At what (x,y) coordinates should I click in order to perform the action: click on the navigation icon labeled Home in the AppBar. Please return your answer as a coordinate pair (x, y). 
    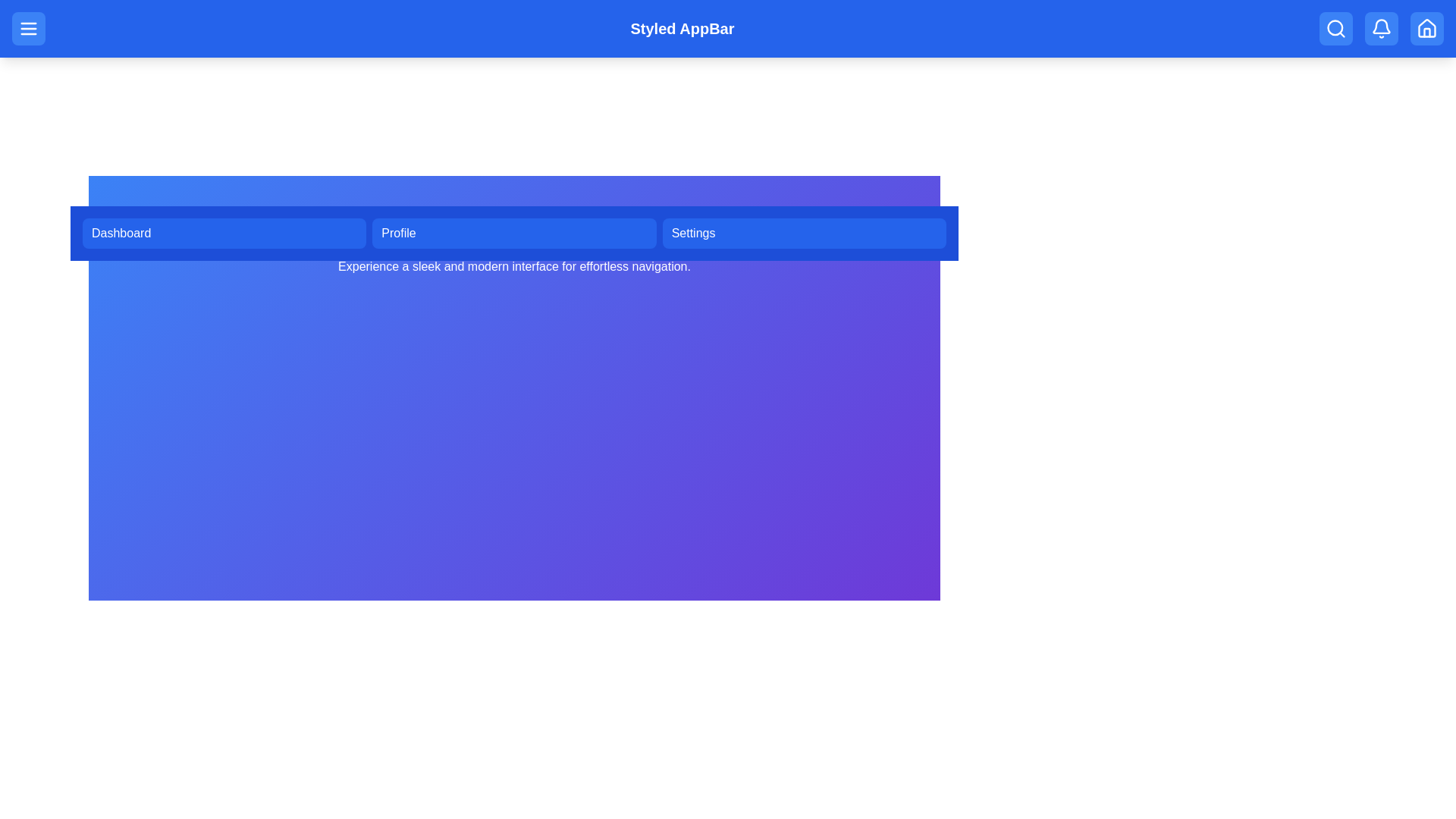
    Looking at the image, I should click on (1426, 29).